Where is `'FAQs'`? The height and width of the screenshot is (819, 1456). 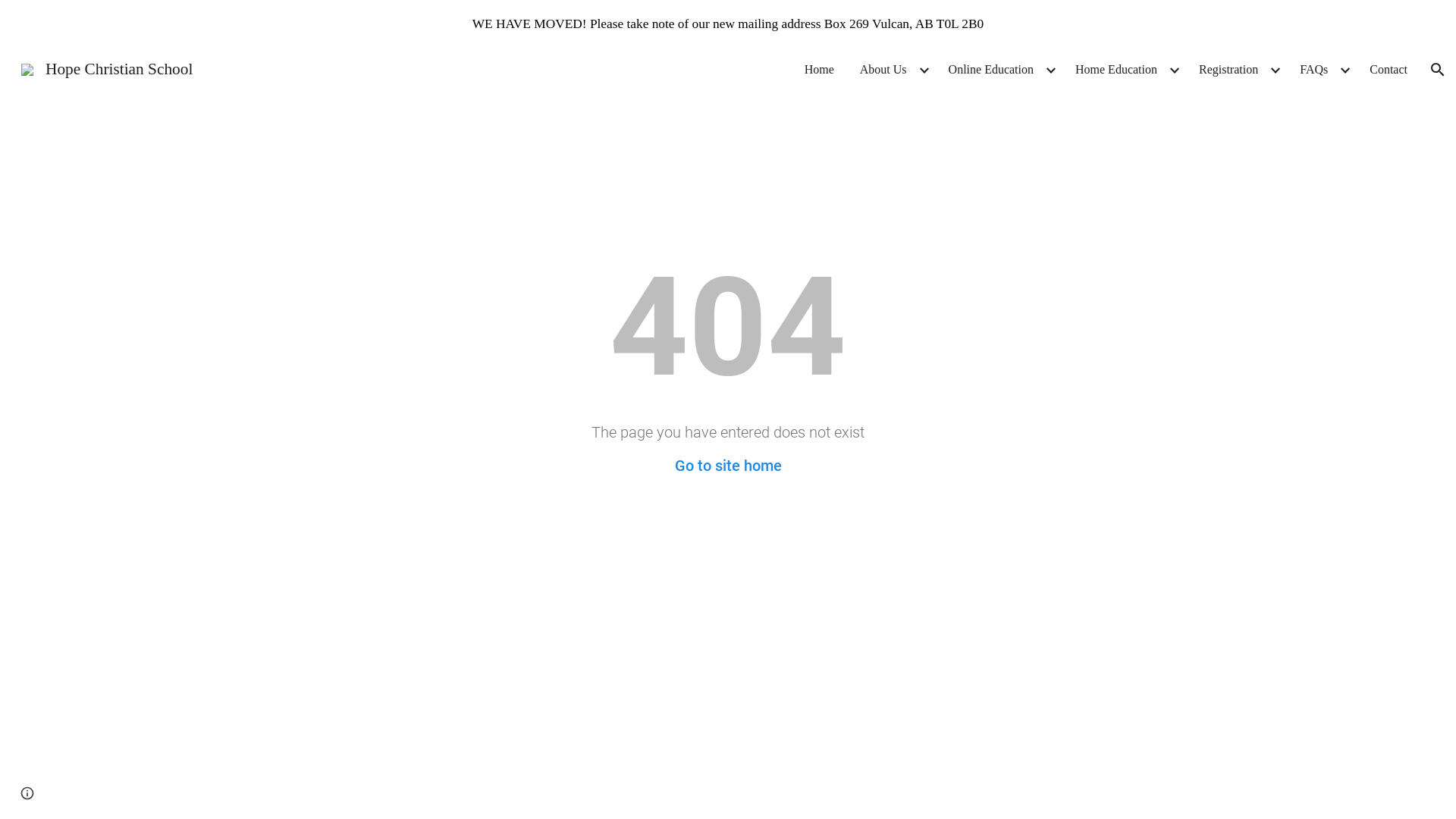 'FAQs' is located at coordinates (1291, 70).